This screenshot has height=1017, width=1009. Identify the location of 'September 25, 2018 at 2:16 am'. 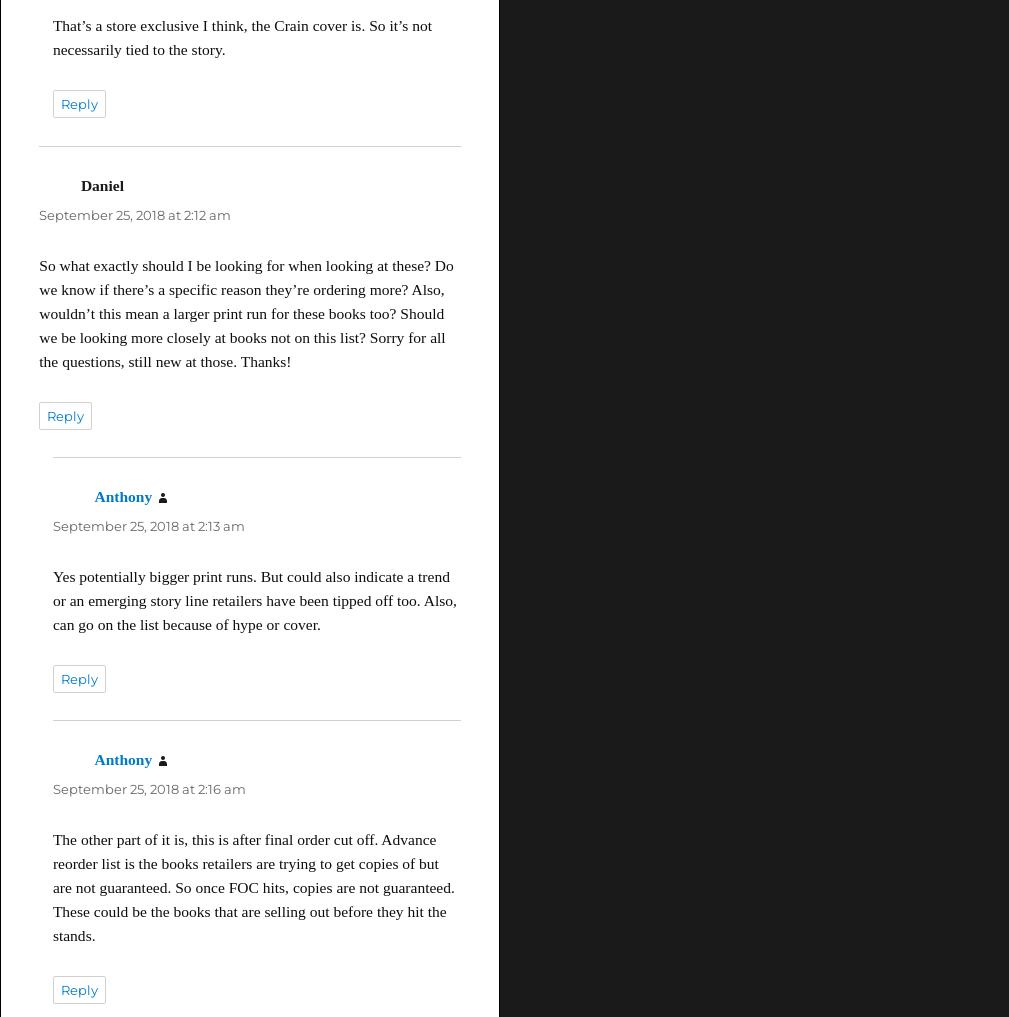
(147, 788).